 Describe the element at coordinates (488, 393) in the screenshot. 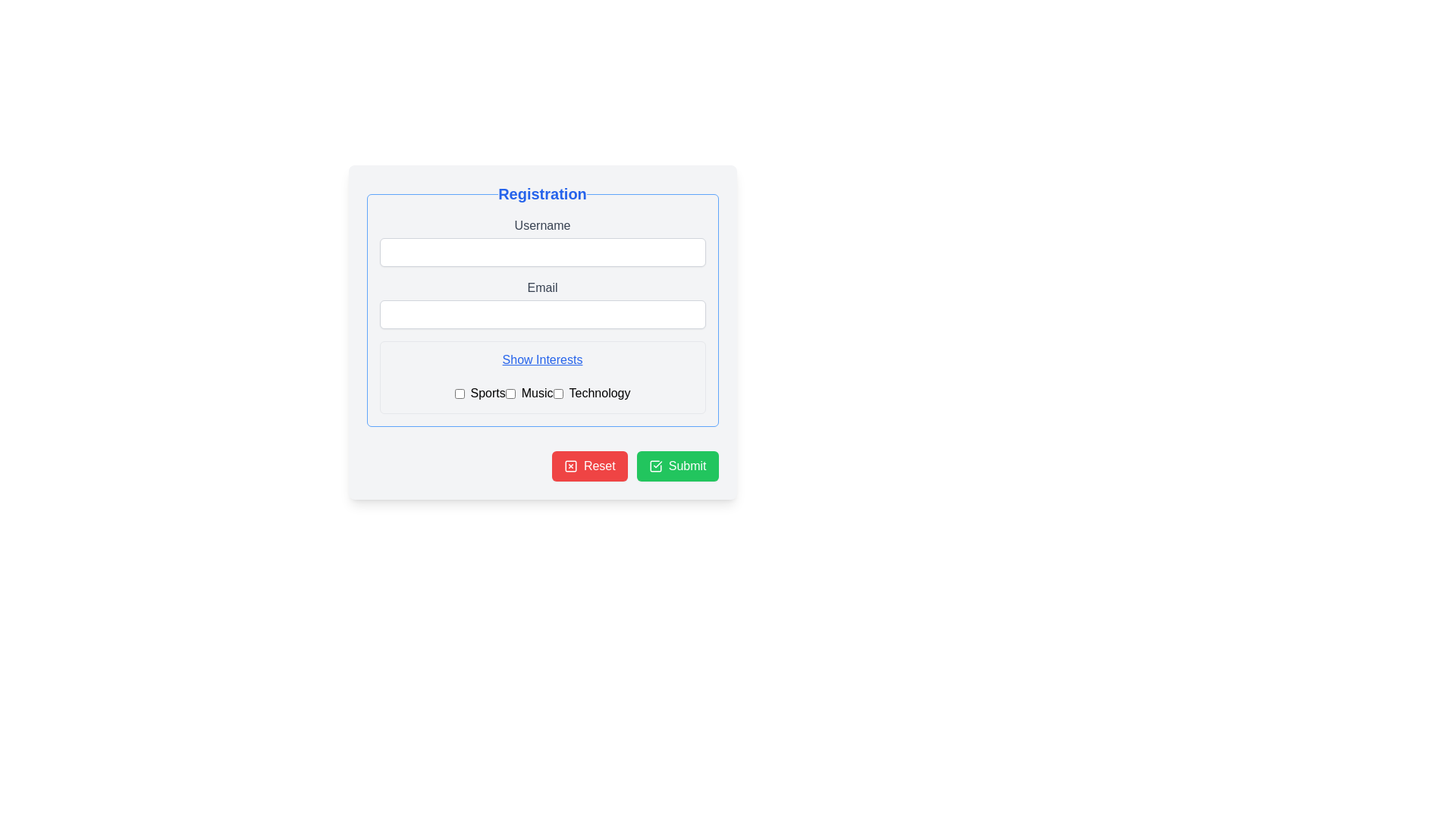

I see `label text 'Sports' which is a black sans-serif label positioned to the right of the first checkbox in the registration form` at that location.